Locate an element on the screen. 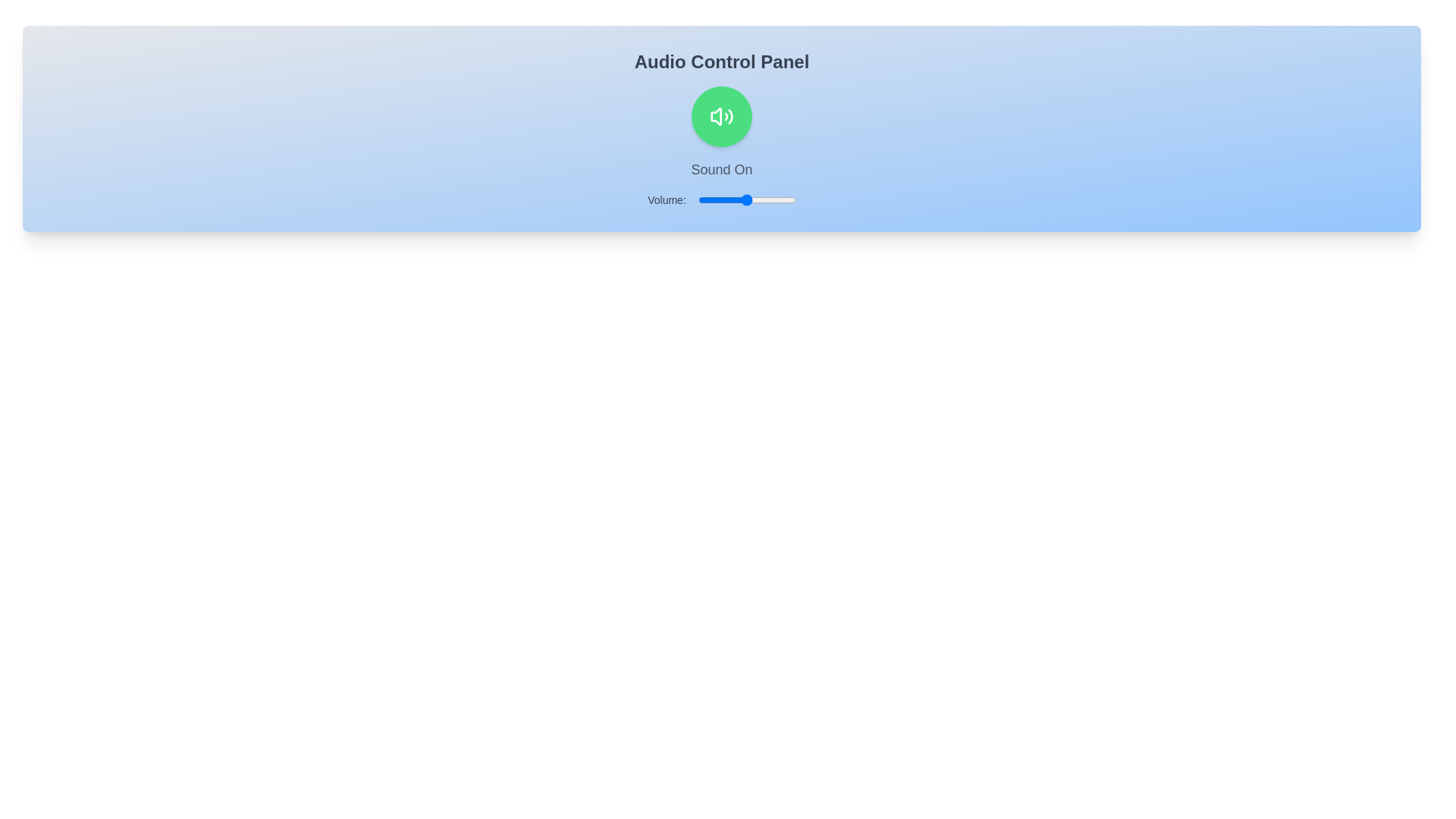  the volume slider to set the volume to 22% is located at coordinates (719, 199).